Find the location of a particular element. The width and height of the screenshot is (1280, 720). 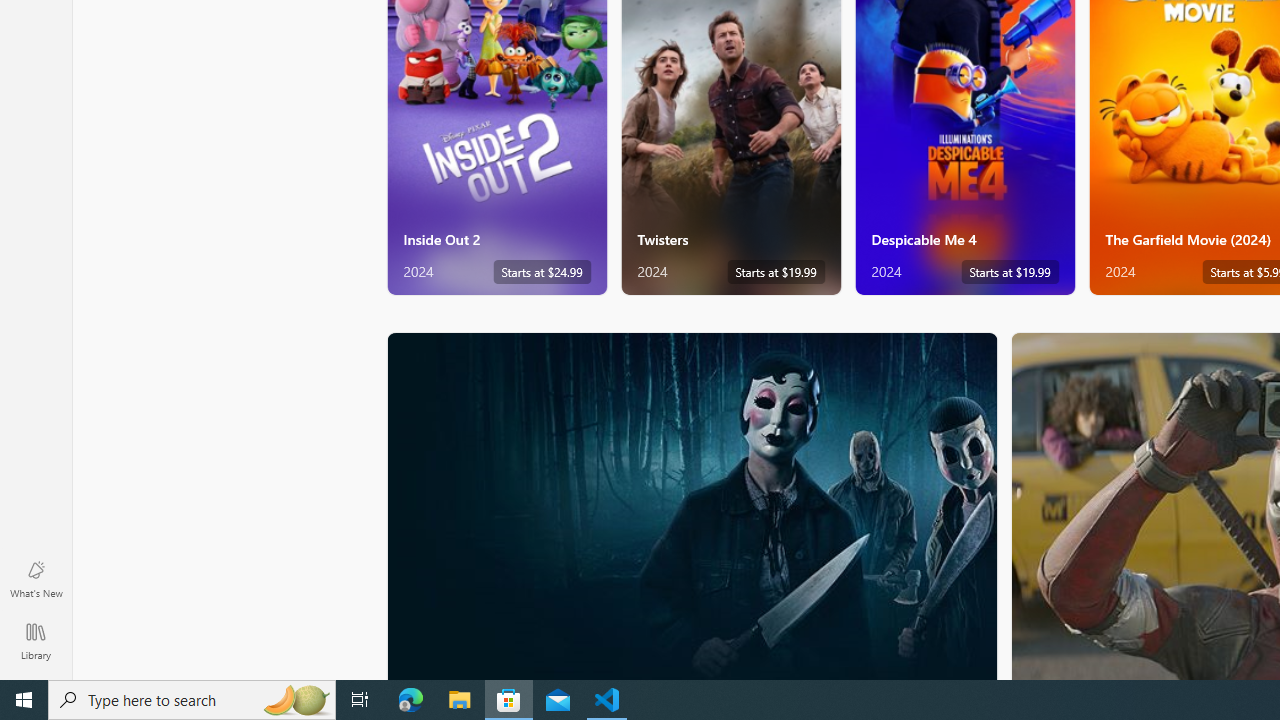

'Library' is located at coordinates (35, 640).